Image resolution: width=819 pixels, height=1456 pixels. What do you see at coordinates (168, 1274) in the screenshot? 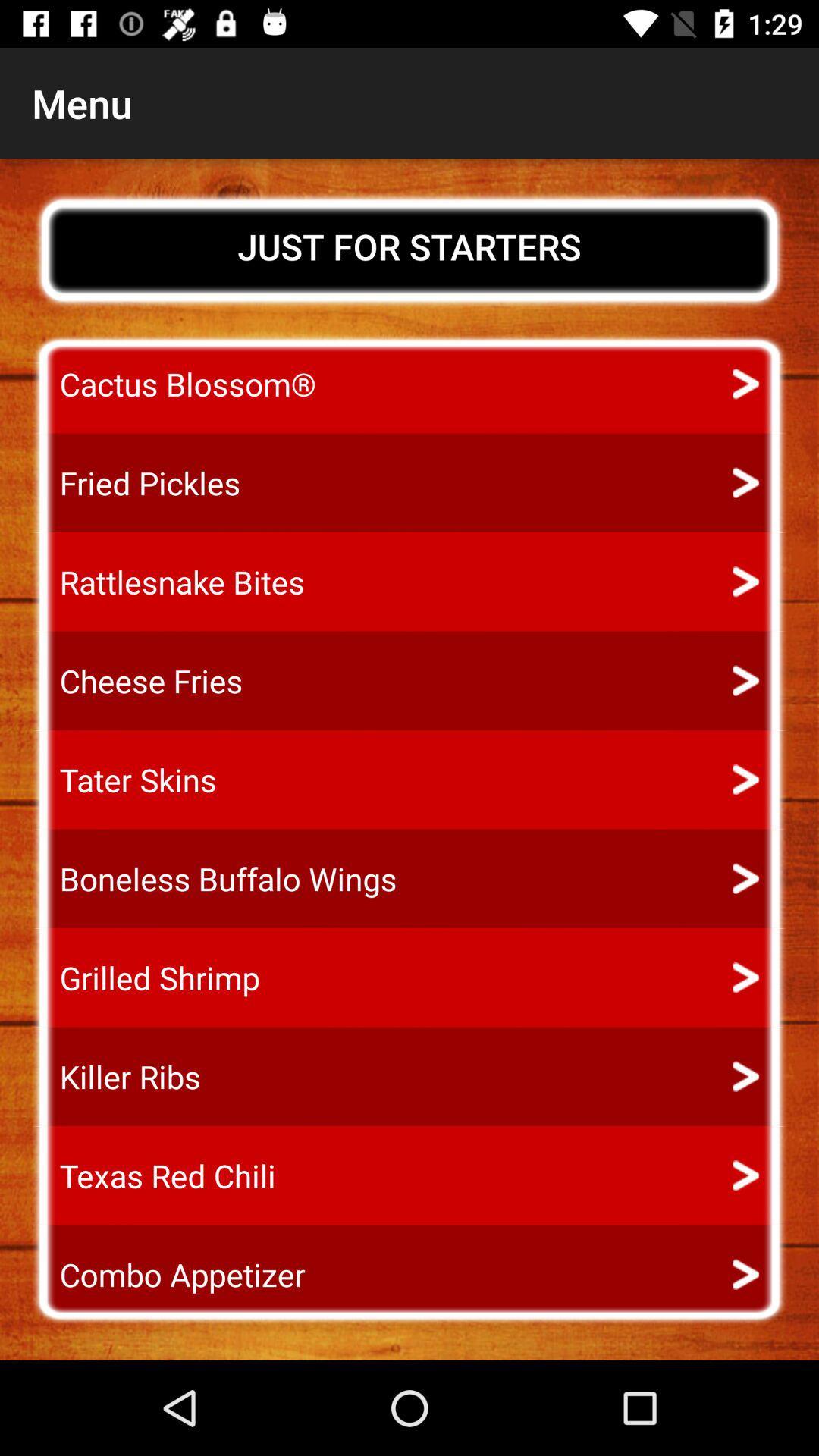
I see `the icon below the texas red chili app` at bounding box center [168, 1274].